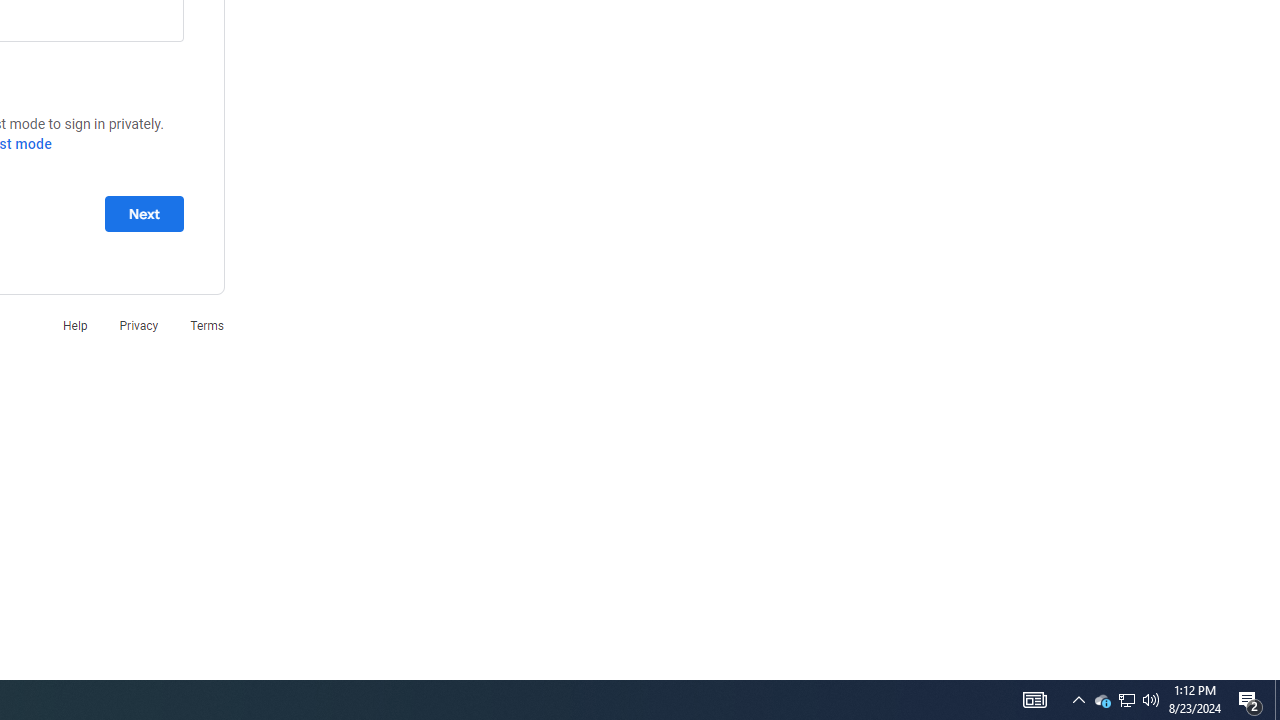  What do you see at coordinates (143, 213) in the screenshot?
I see `'Next'` at bounding box center [143, 213].